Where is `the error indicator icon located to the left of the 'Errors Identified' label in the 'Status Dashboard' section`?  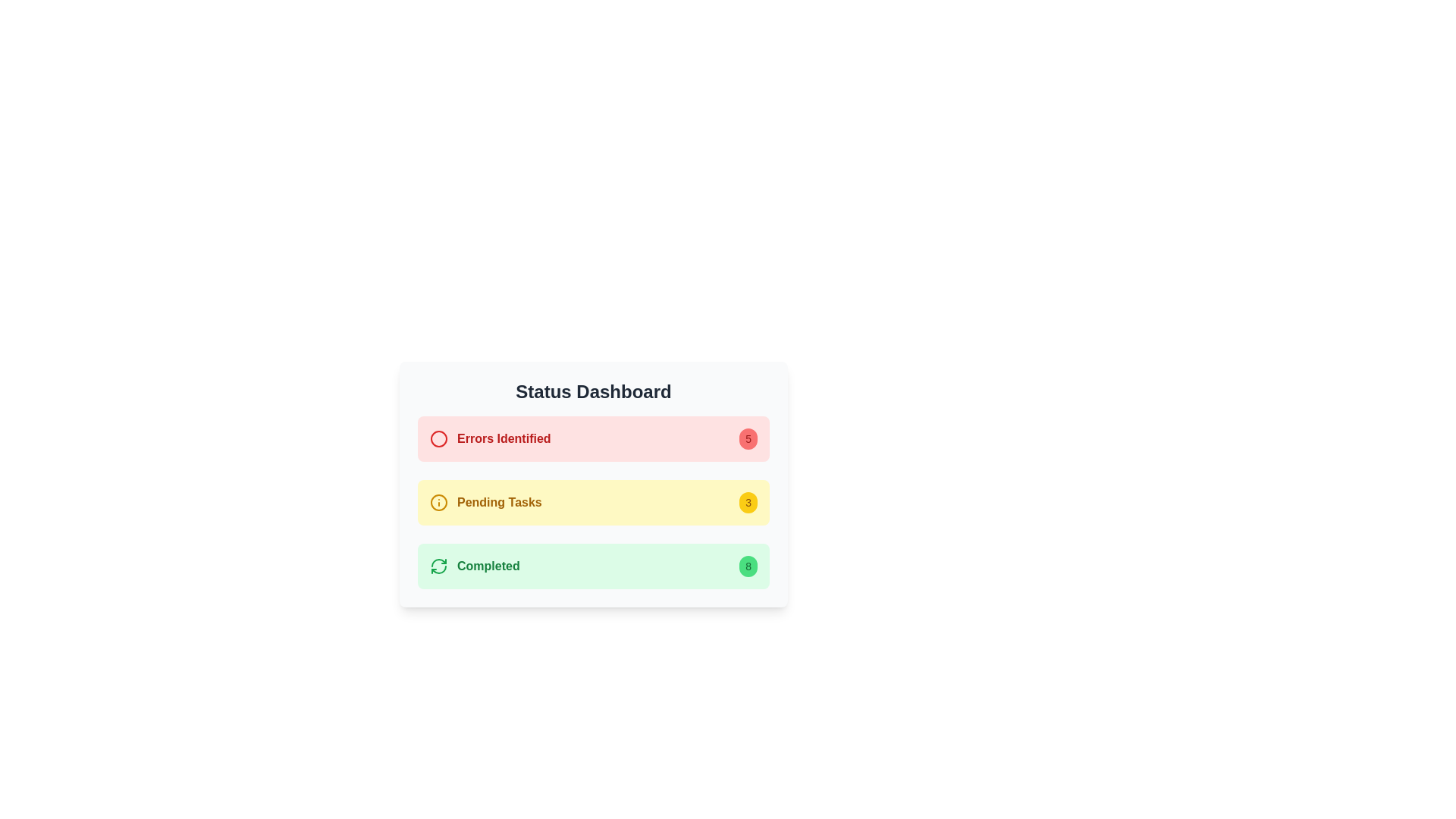 the error indicator icon located to the left of the 'Errors Identified' label in the 'Status Dashboard' section is located at coordinates (438, 438).